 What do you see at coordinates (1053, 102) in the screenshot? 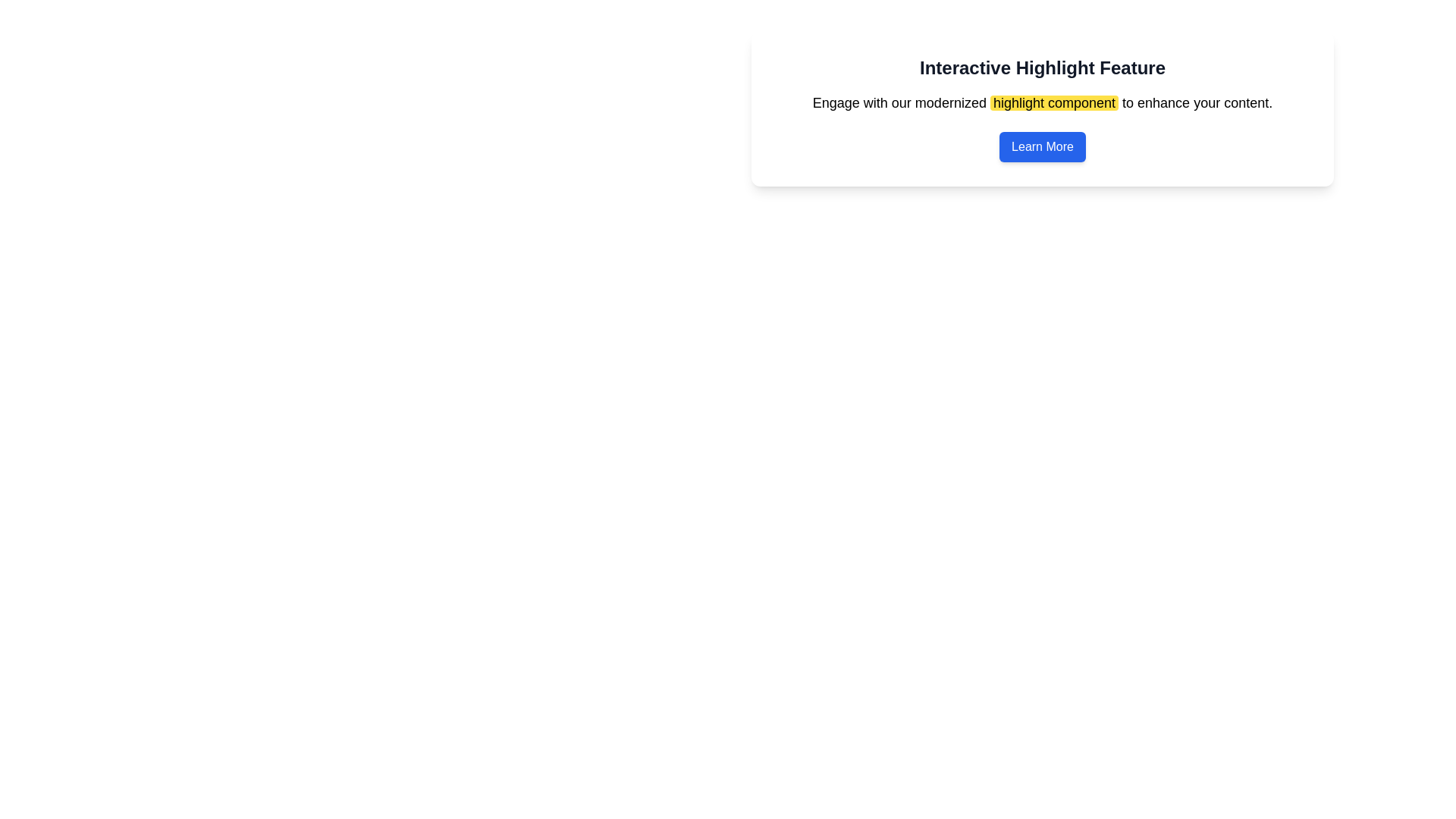
I see `the highlighted text segment labeled 'highlight component' with a yellow background in the text block under 'Interactive Highlight Feature'` at bounding box center [1053, 102].